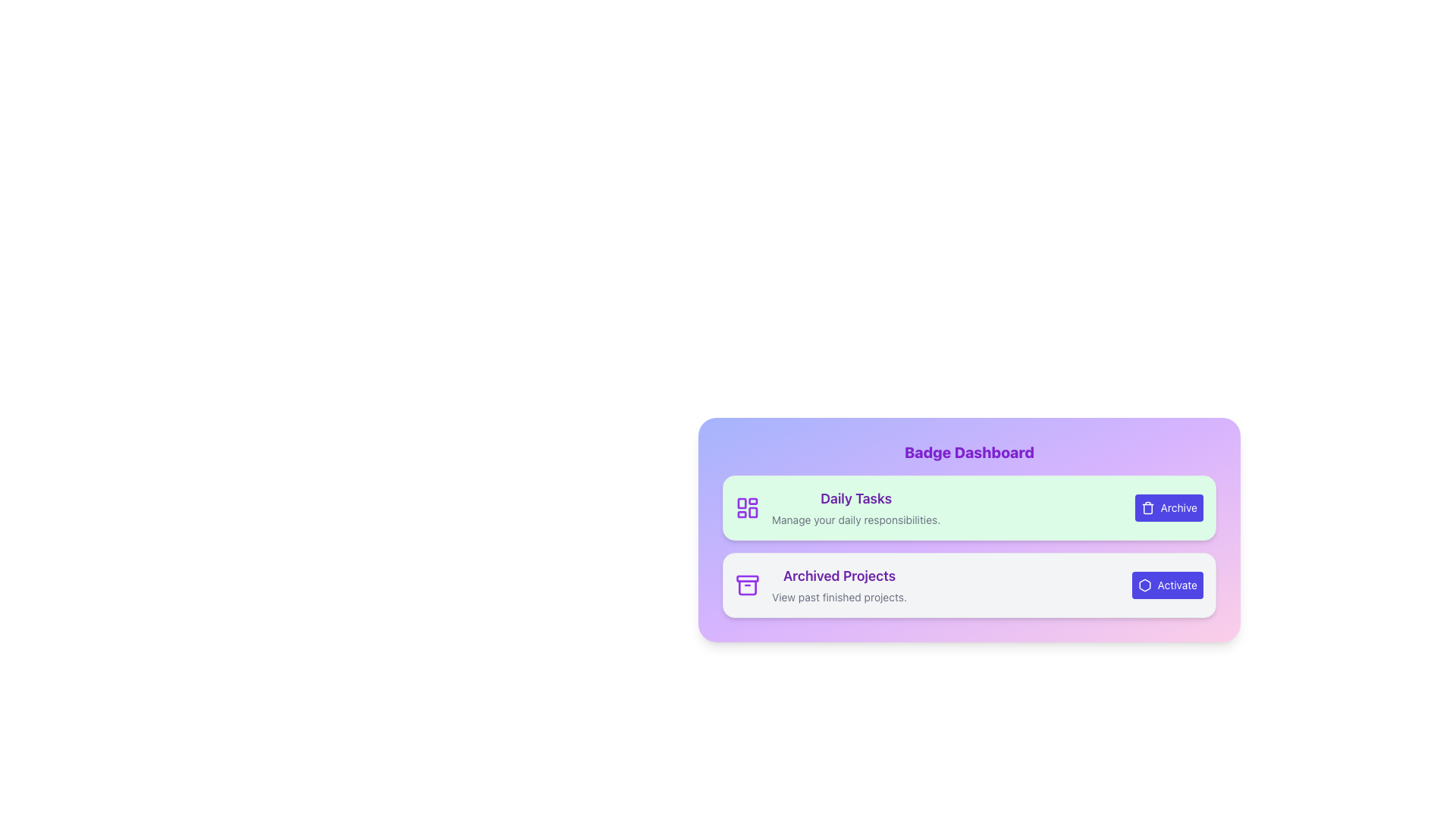  I want to click on the text label providing a concise description under the 'Daily Tasks' heading, so click(856, 519).